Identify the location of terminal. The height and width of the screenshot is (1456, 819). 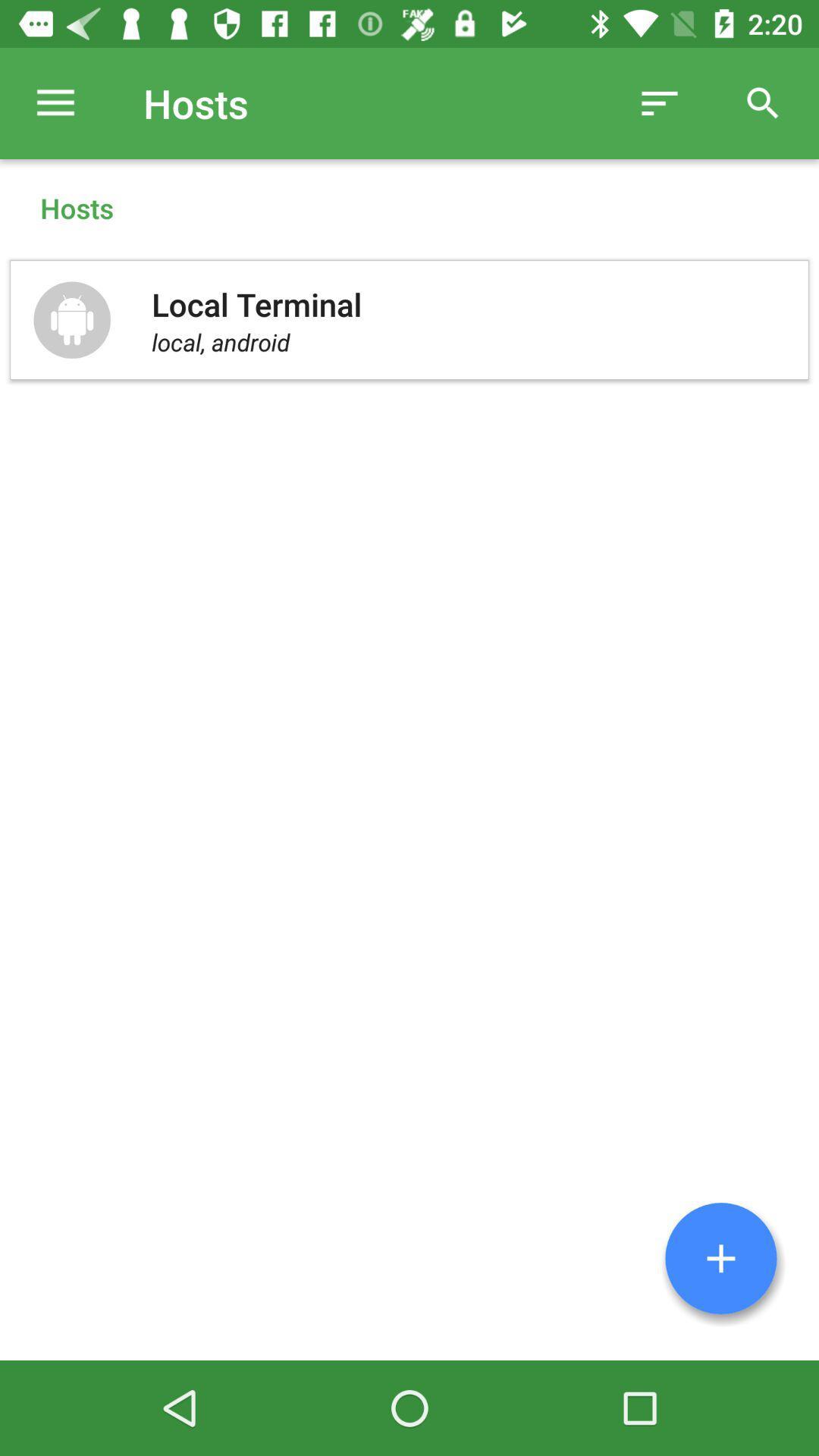
(720, 1258).